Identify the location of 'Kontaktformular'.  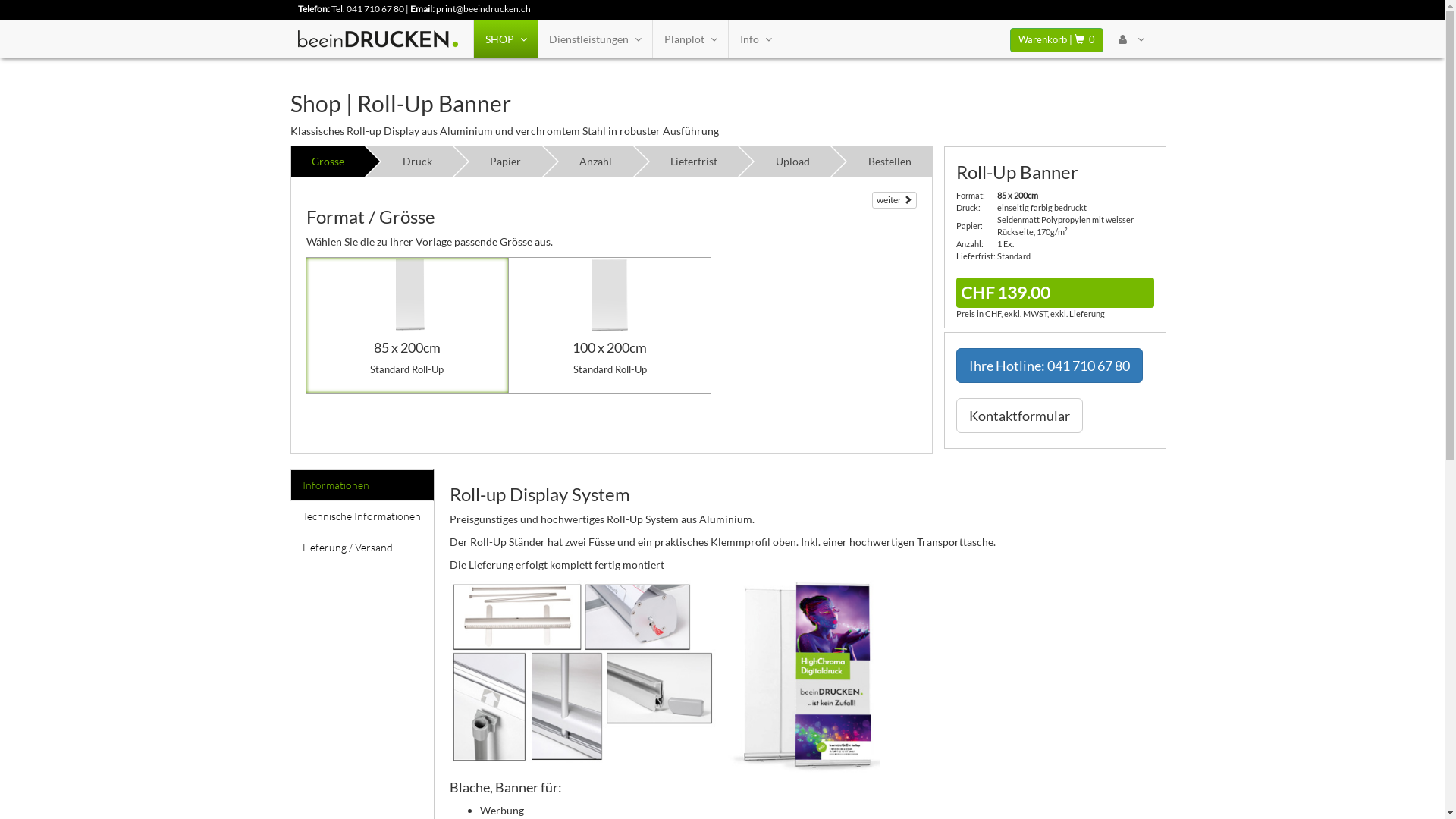
(955, 415).